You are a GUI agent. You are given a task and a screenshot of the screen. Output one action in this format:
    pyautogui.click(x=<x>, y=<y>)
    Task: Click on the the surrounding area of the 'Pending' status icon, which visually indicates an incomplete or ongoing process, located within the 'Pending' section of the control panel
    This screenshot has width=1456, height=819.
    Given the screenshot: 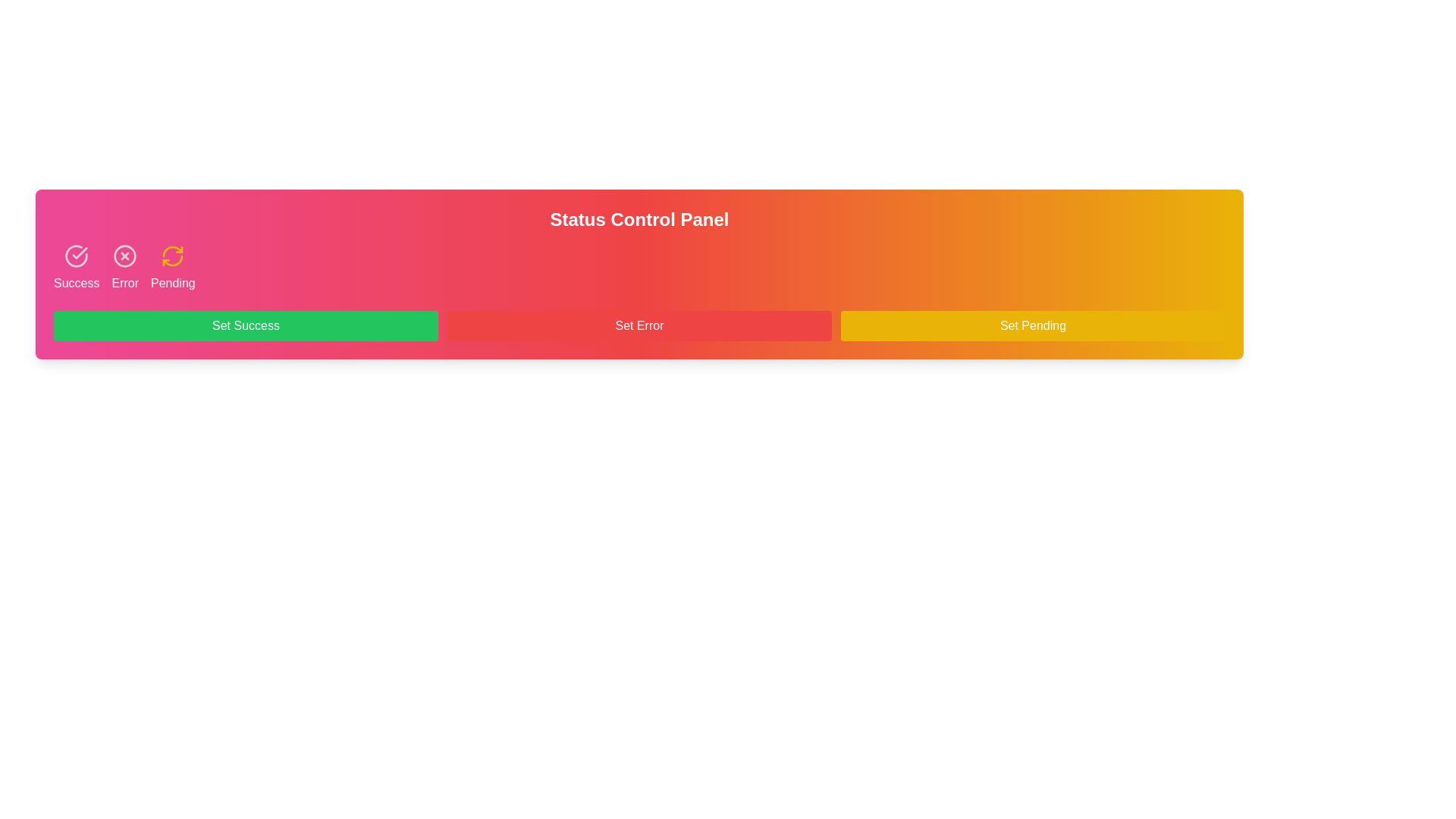 What is the action you would take?
    pyautogui.click(x=173, y=259)
    